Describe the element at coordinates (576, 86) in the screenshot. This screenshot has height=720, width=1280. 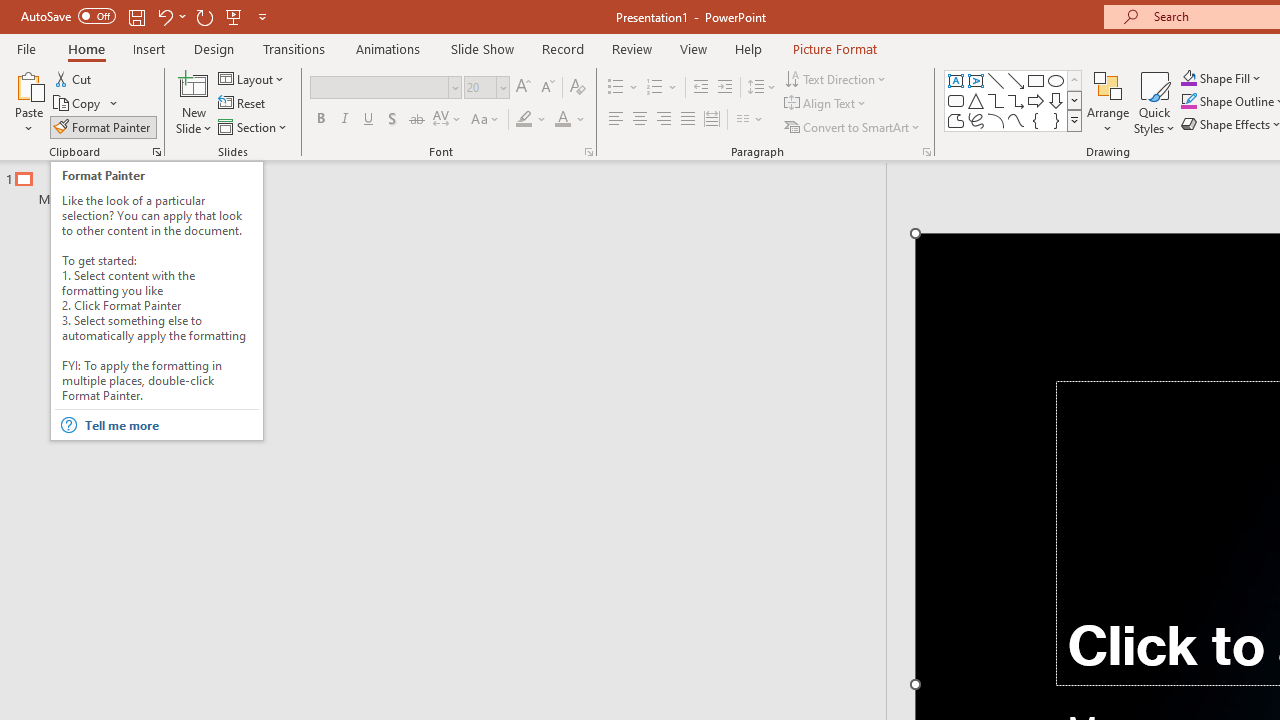
I see `'Clear Formatting'` at that location.